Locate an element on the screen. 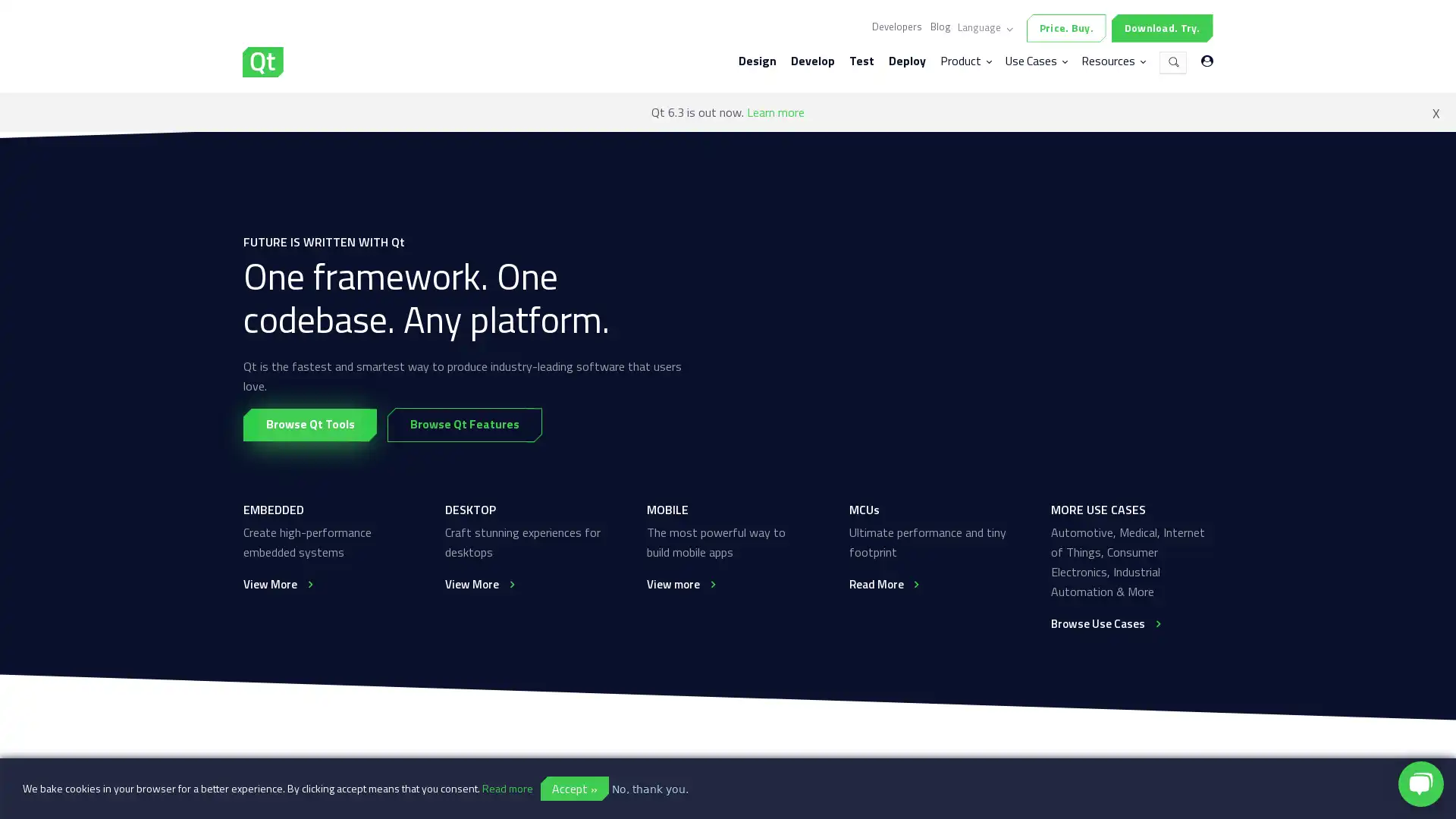 This screenshot has width=1456, height=819. No, thank you. is located at coordinates (650, 789).